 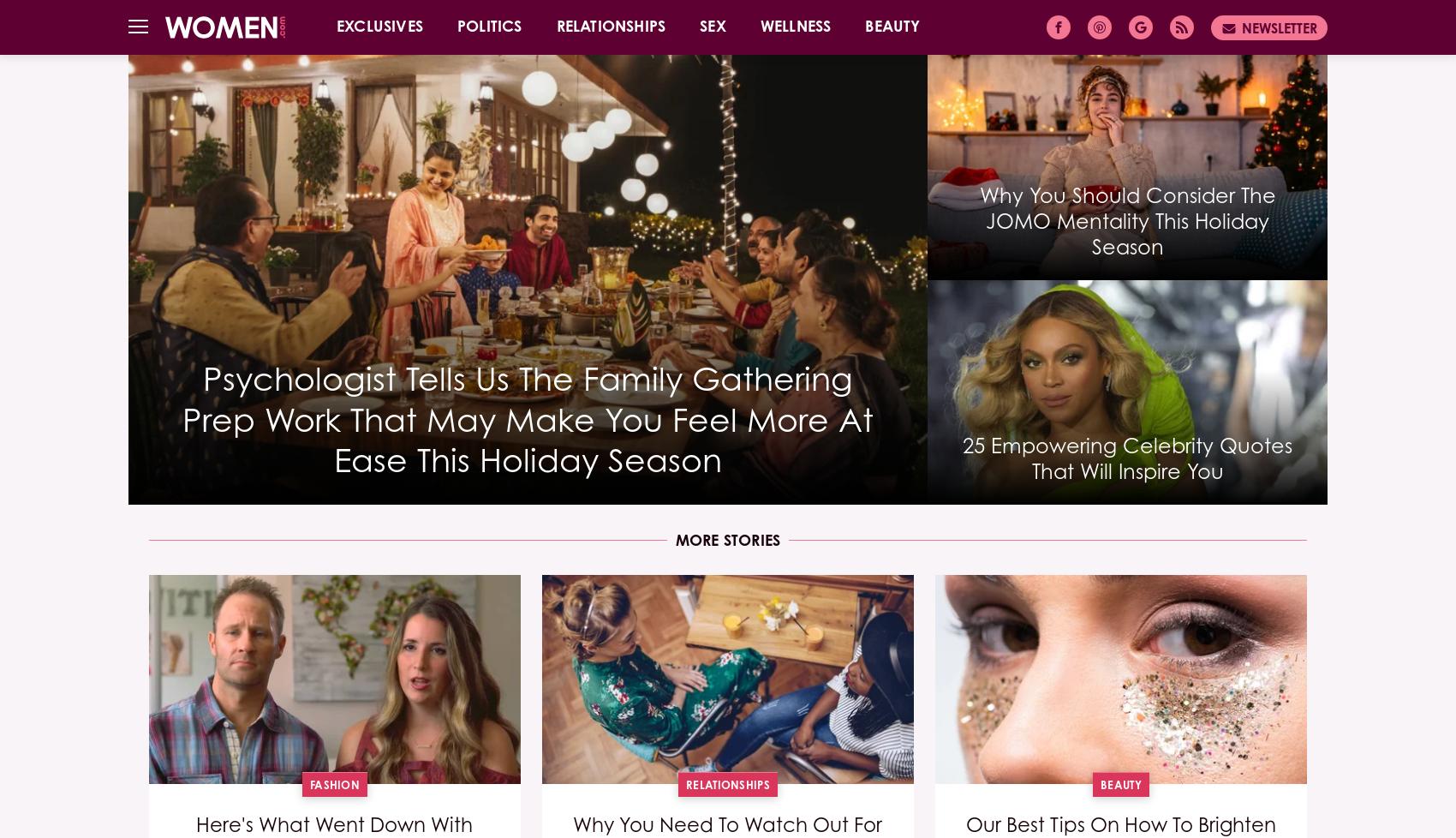 I want to click on 'SEX', so click(x=711, y=26).